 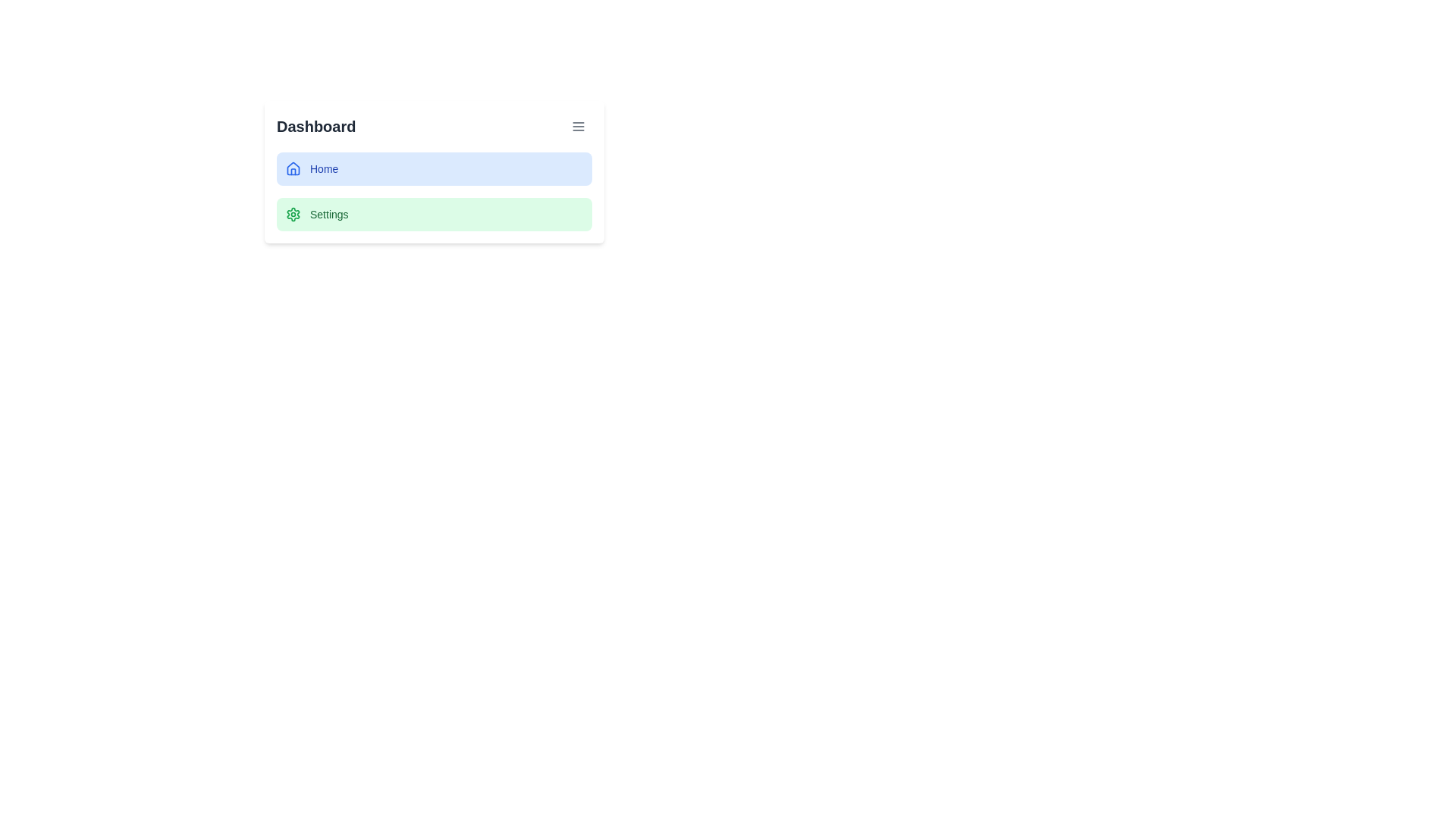 I want to click on on the menu icon button, which is a compact button with three horizontal lines styled in gray, located, so click(x=578, y=125).